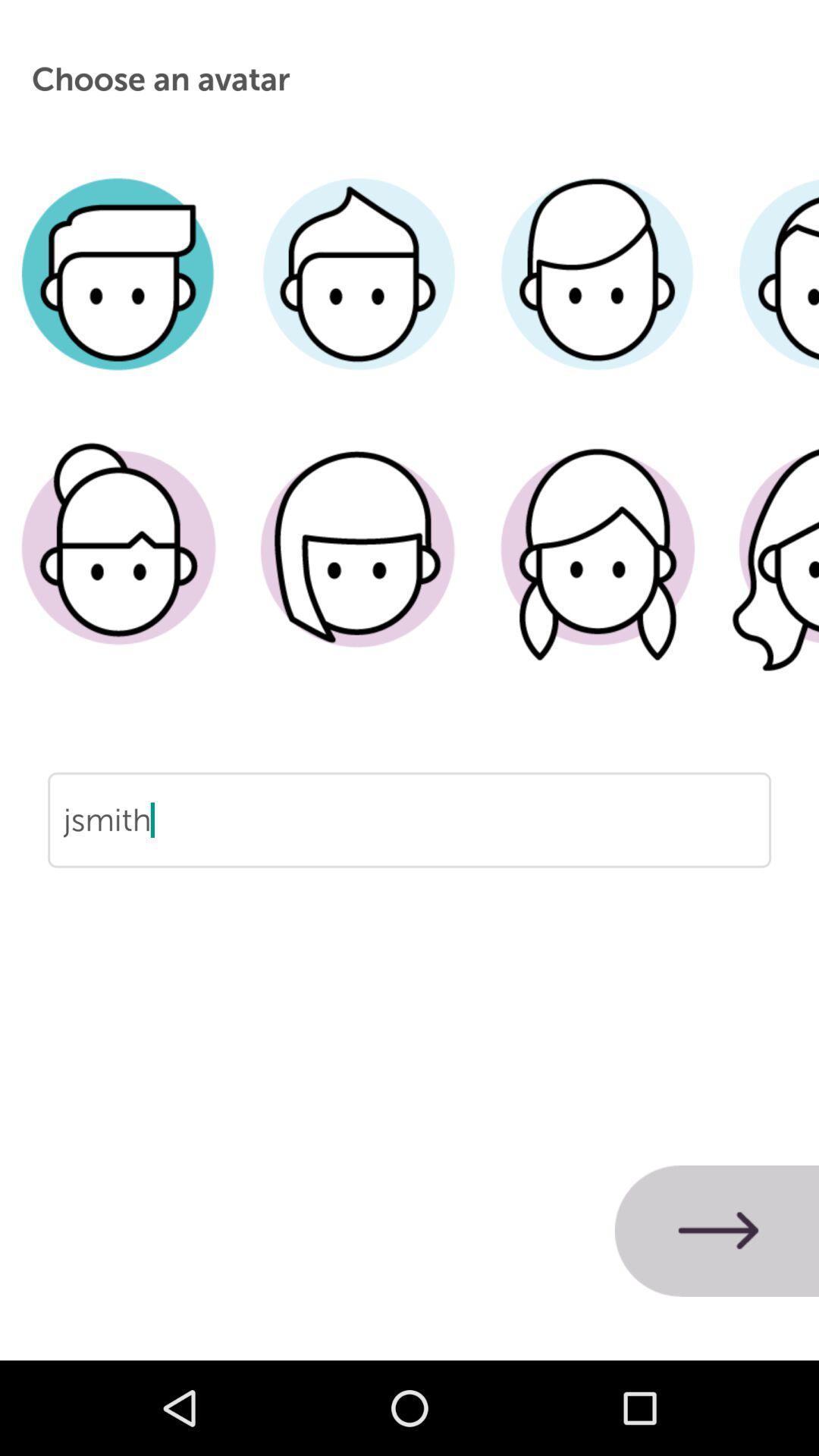  What do you see at coordinates (596, 570) in the screenshot?
I see `avatar` at bounding box center [596, 570].